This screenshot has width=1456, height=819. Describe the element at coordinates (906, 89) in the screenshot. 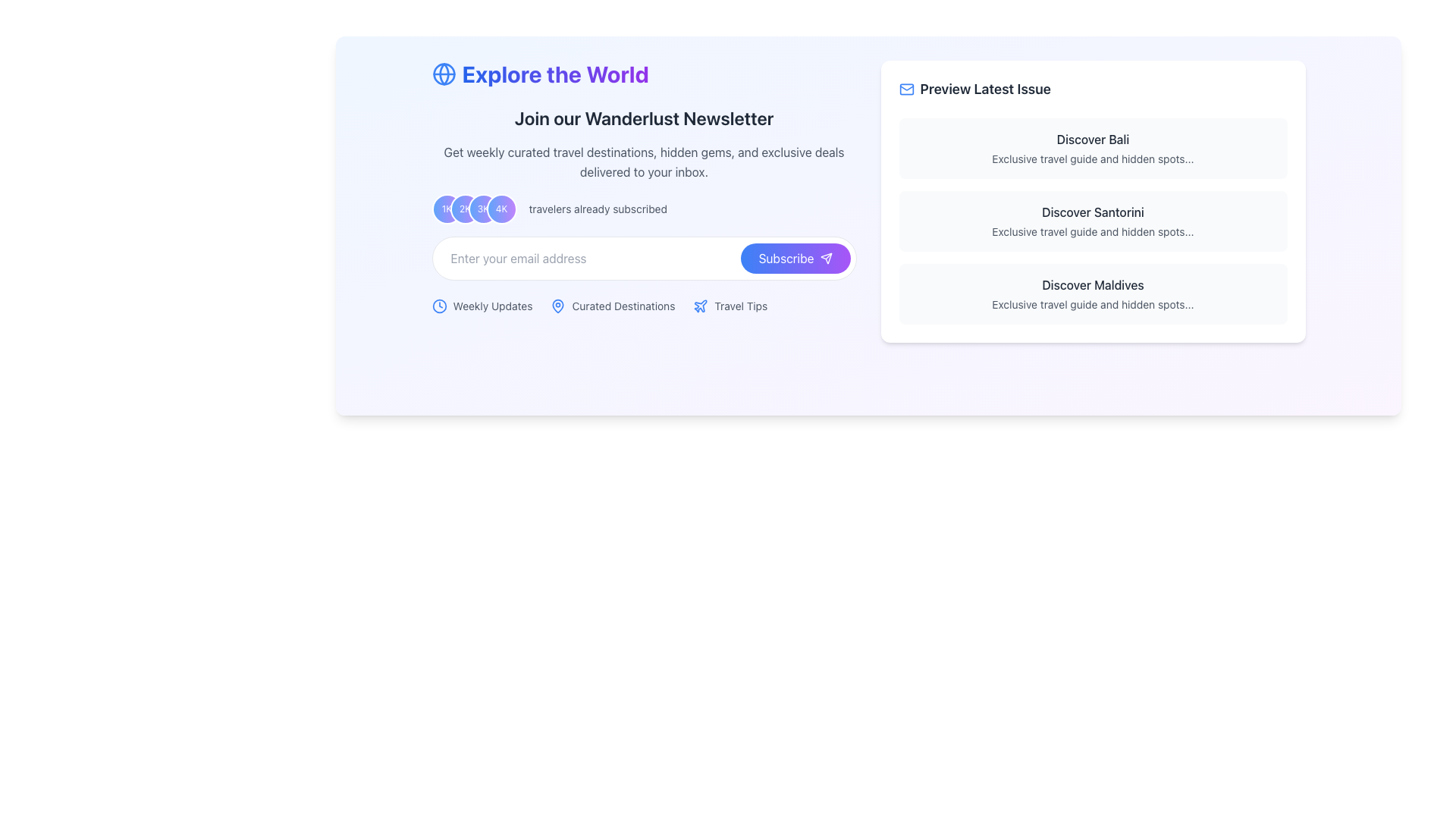

I see `the mail icon with a blue outline and center envelope graphic located at the top-left of the 'Preview Latest Issue' card` at that location.